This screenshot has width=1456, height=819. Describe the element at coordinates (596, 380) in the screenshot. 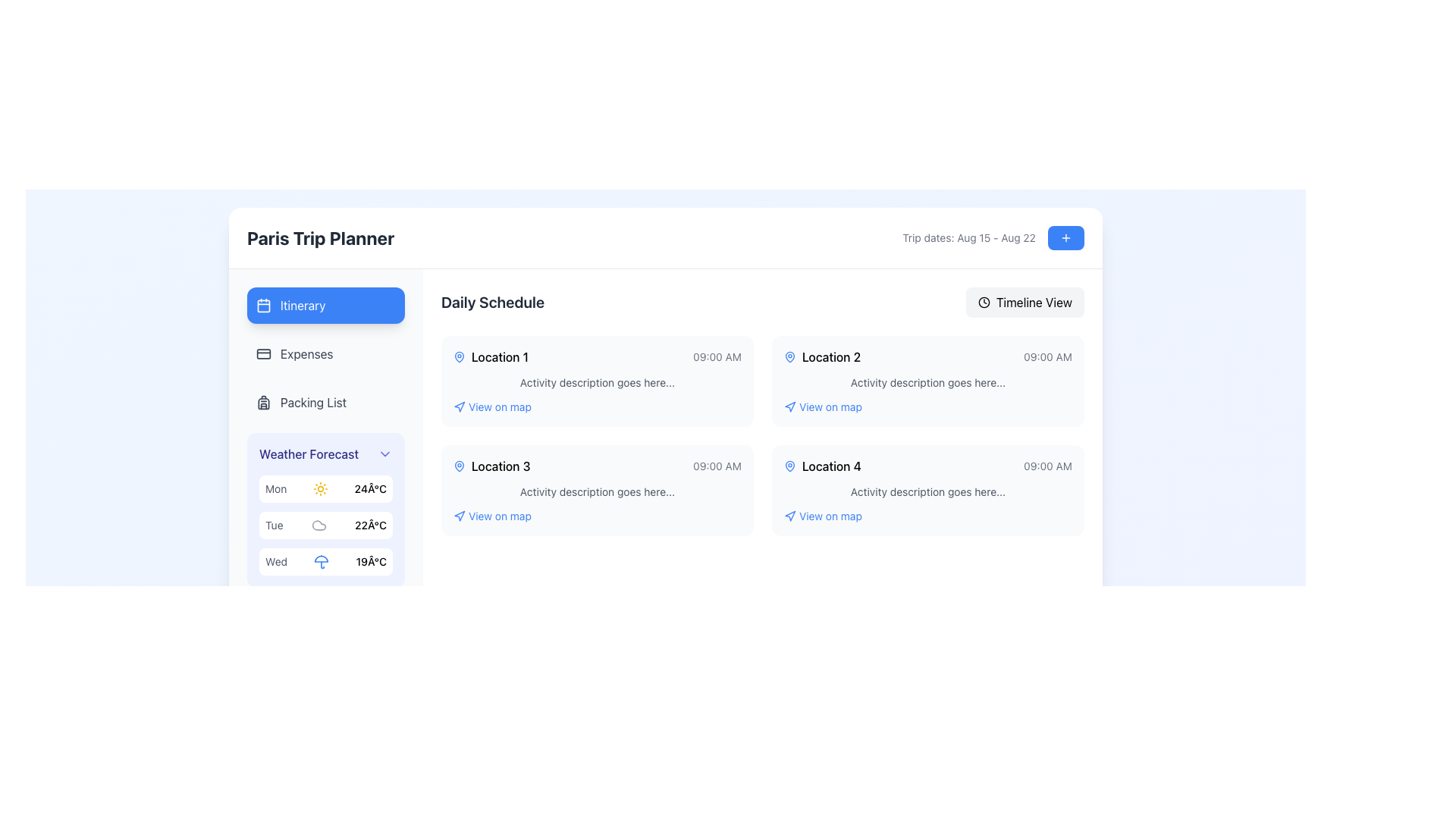

I see `the first informational card in the Daily Schedule section, which contains a blue map pin icon and the text 'Location 1'` at that location.